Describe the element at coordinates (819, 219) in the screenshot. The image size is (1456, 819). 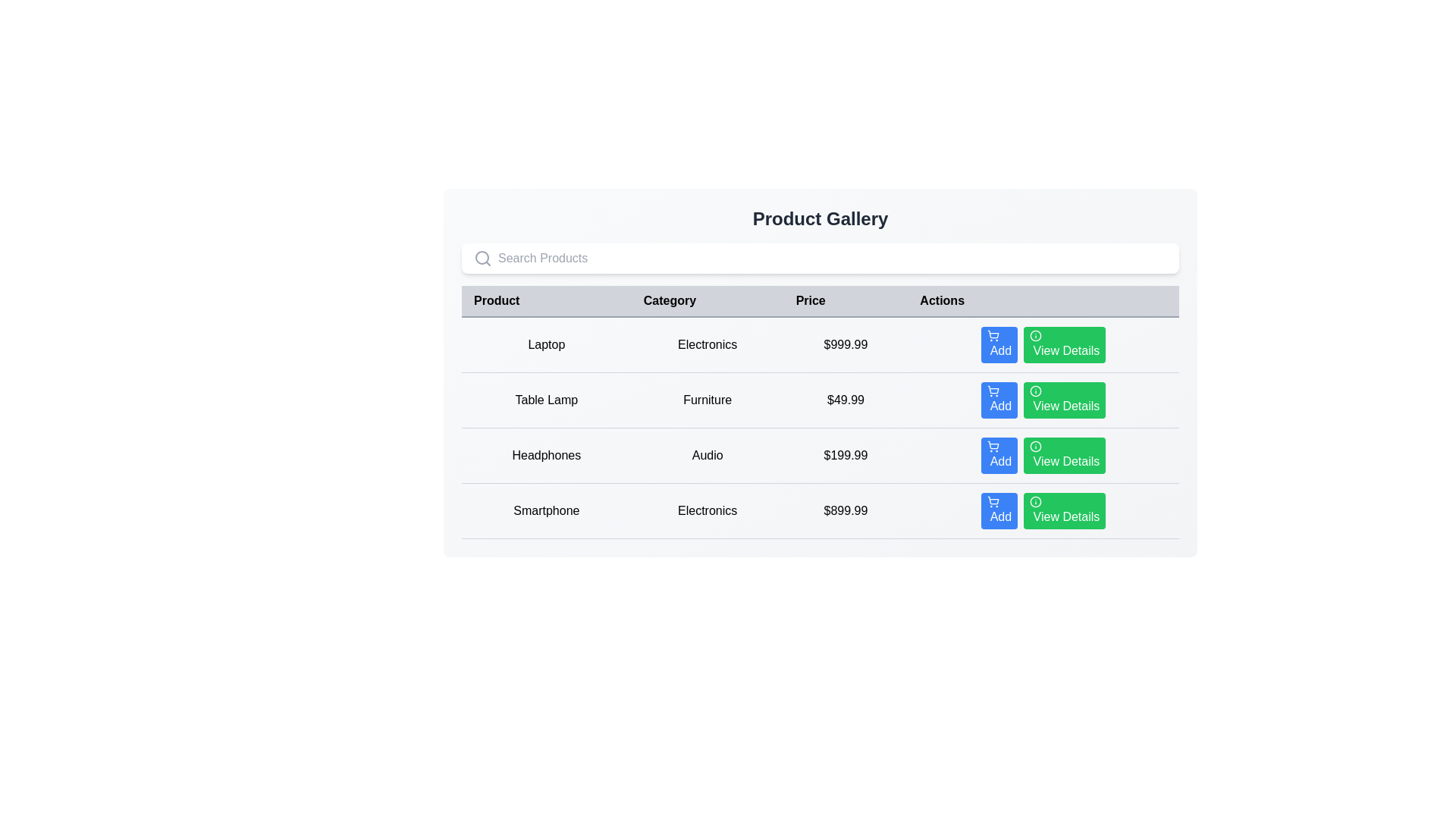
I see `the Text Label that serves as a title or heading, positioned above the search bar and product table, with a rounded light-gray background` at that location.